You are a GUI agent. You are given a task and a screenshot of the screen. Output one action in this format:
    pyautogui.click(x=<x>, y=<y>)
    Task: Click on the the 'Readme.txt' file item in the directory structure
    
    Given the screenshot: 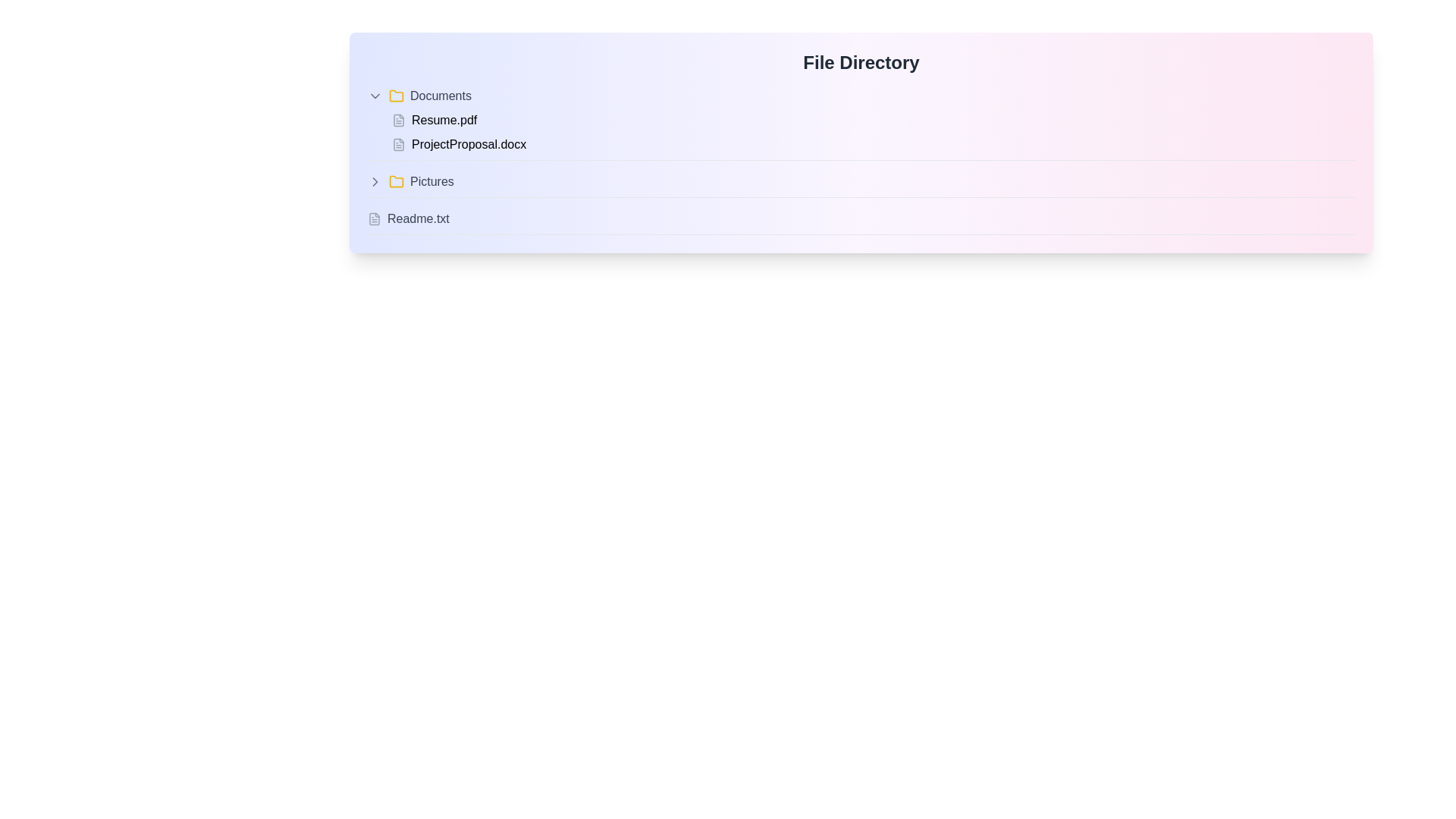 What is the action you would take?
    pyautogui.click(x=861, y=219)
    